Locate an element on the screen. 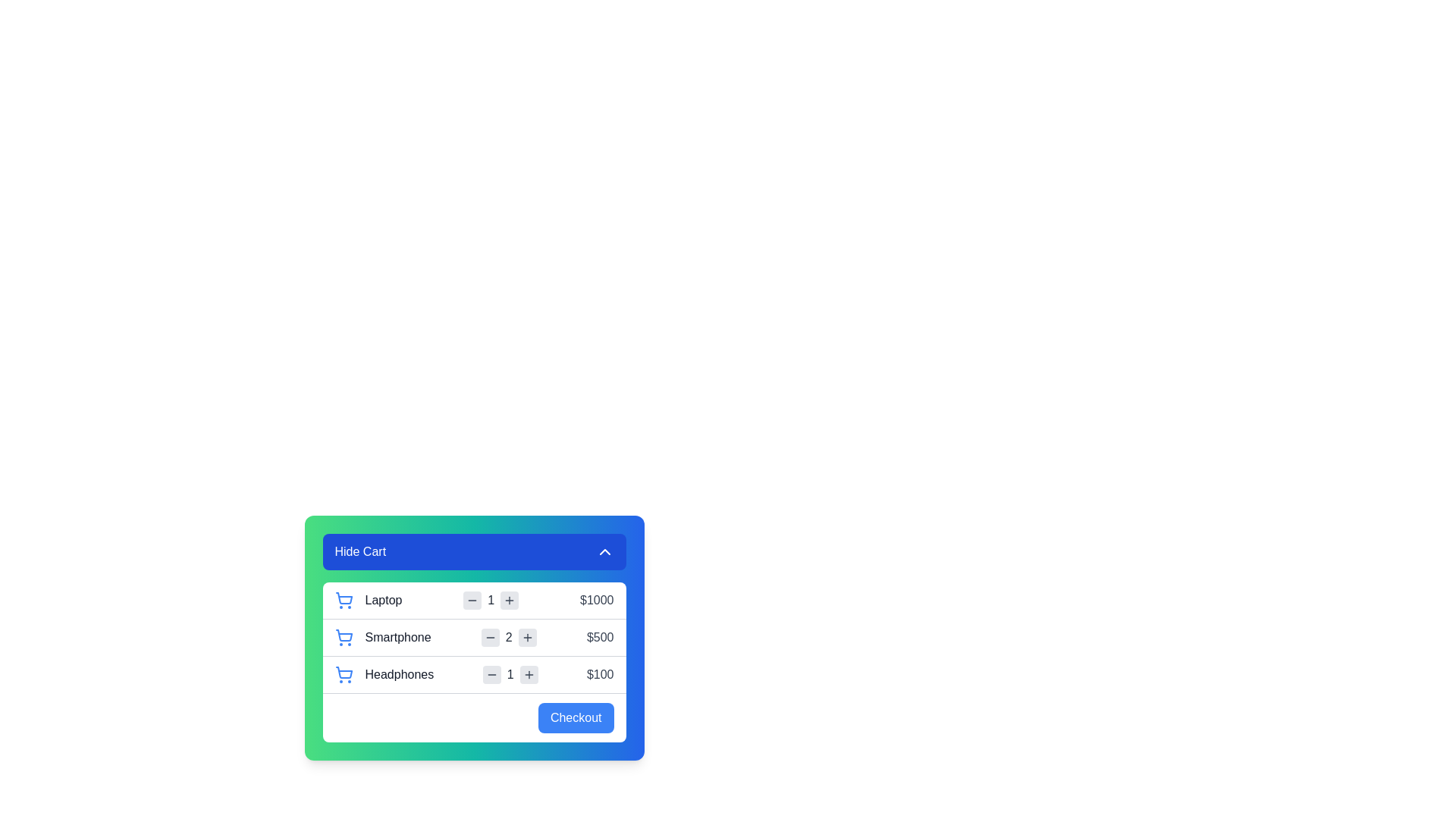 This screenshot has height=819, width=1456. text content of the 'Laptop' label, which is displayed in bold dark gray next to the shopping cart icon in the cart interface is located at coordinates (368, 599).